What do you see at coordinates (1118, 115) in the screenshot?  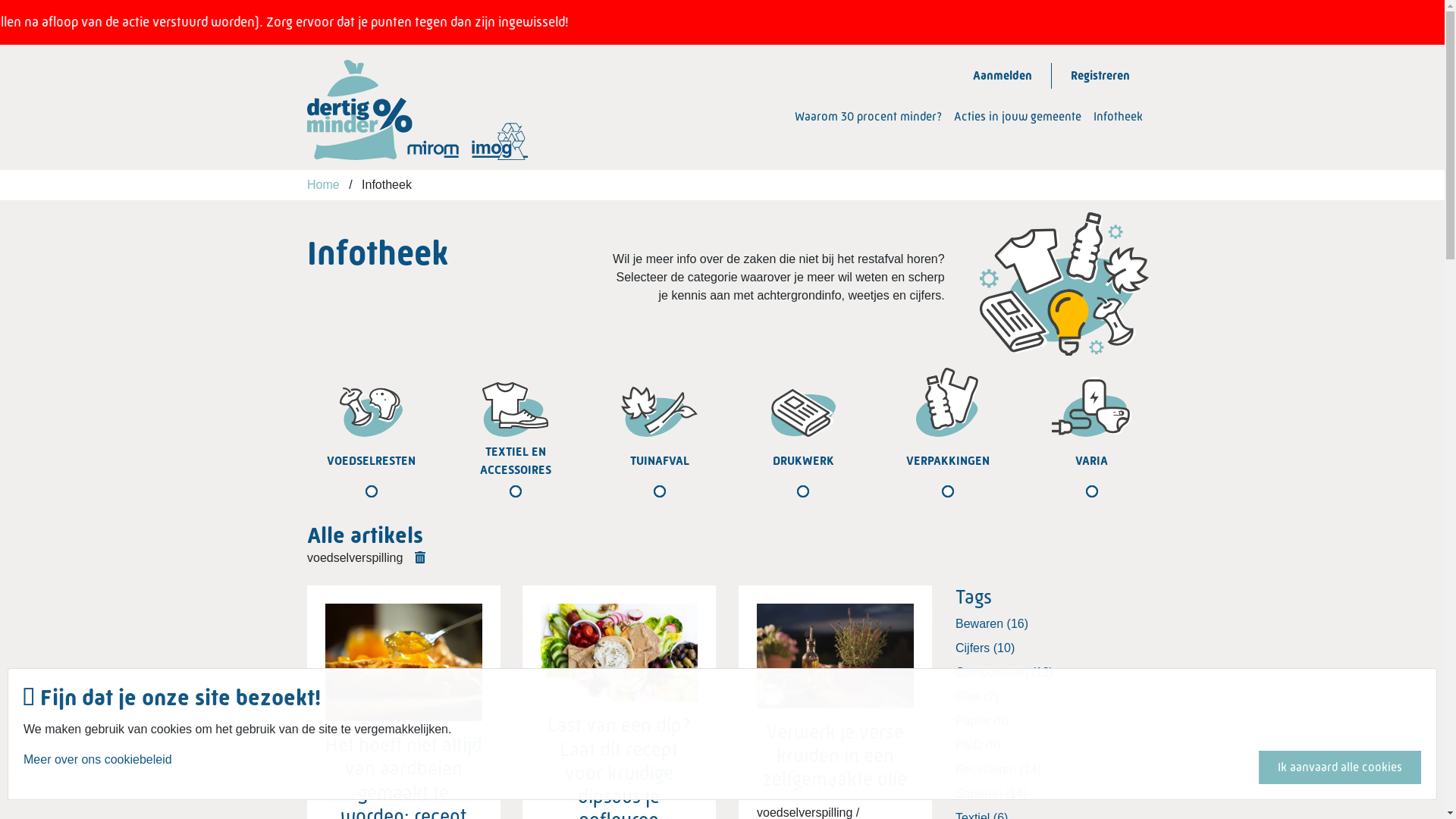 I see `'Infotheek'` at bounding box center [1118, 115].